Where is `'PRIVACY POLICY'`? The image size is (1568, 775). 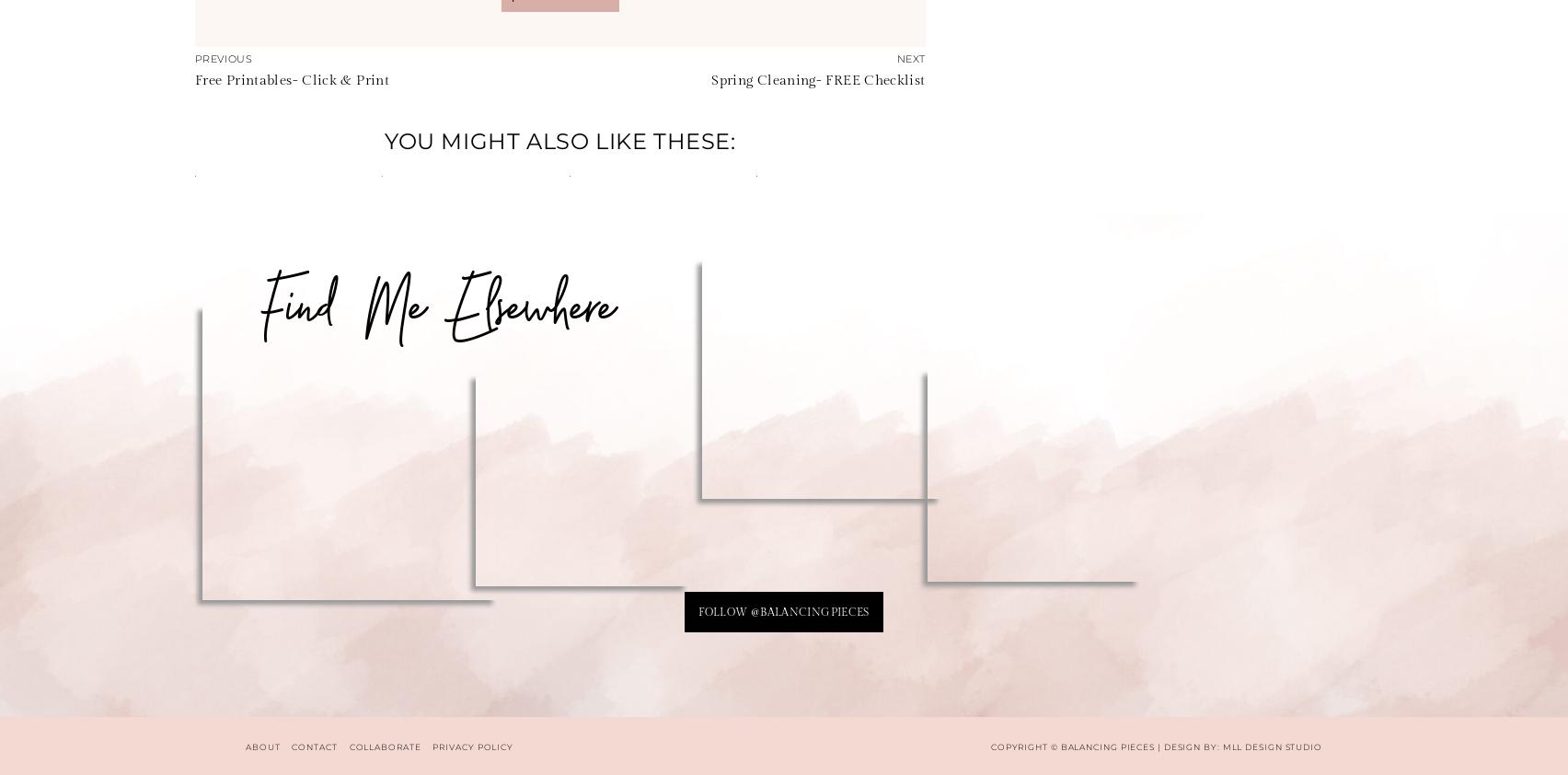 'PRIVACY POLICY' is located at coordinates (432, 746).